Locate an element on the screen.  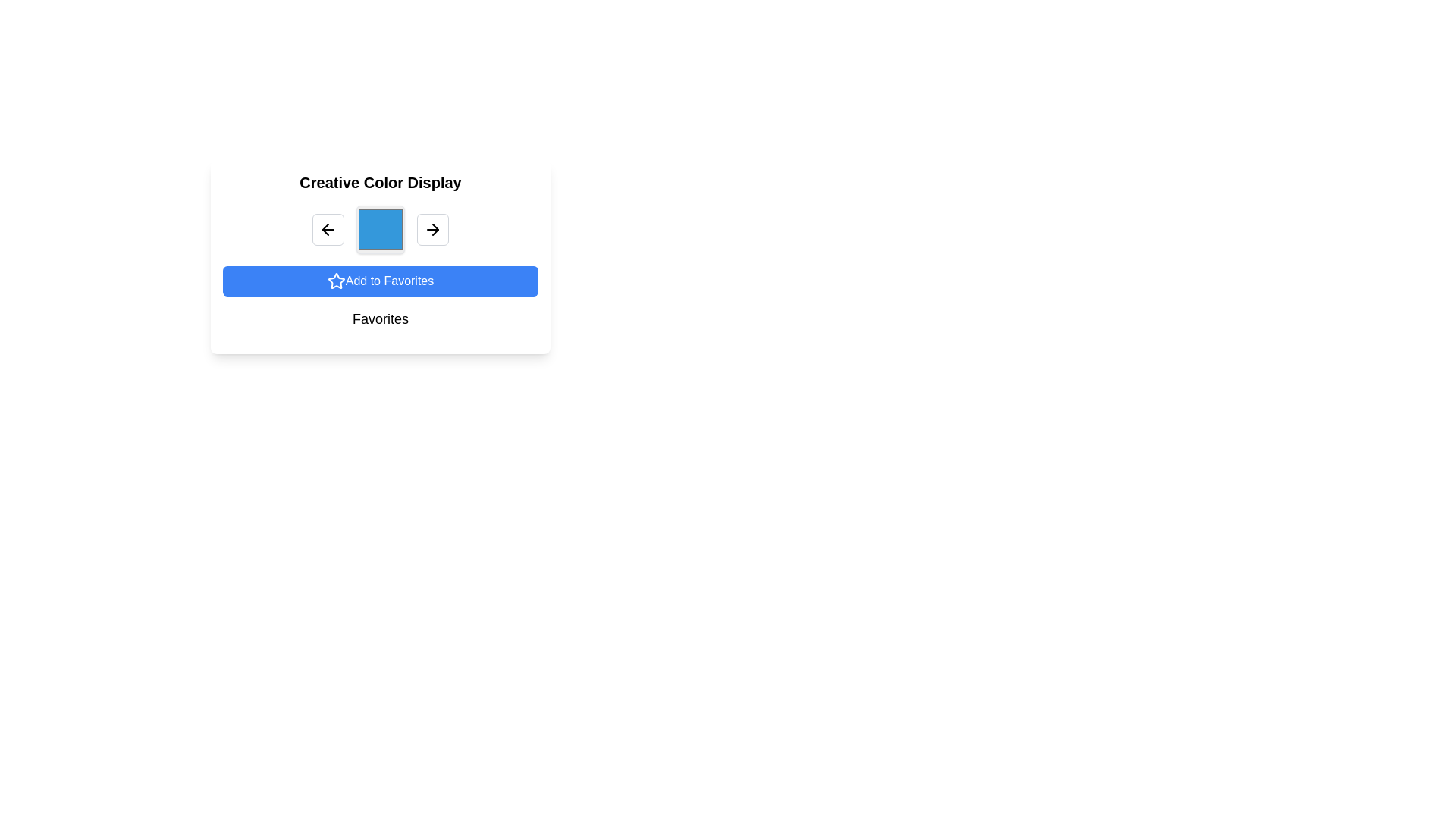
the rightmost button with a minimalist arrow icon pointing to the right is located at coordinates (435, 230).